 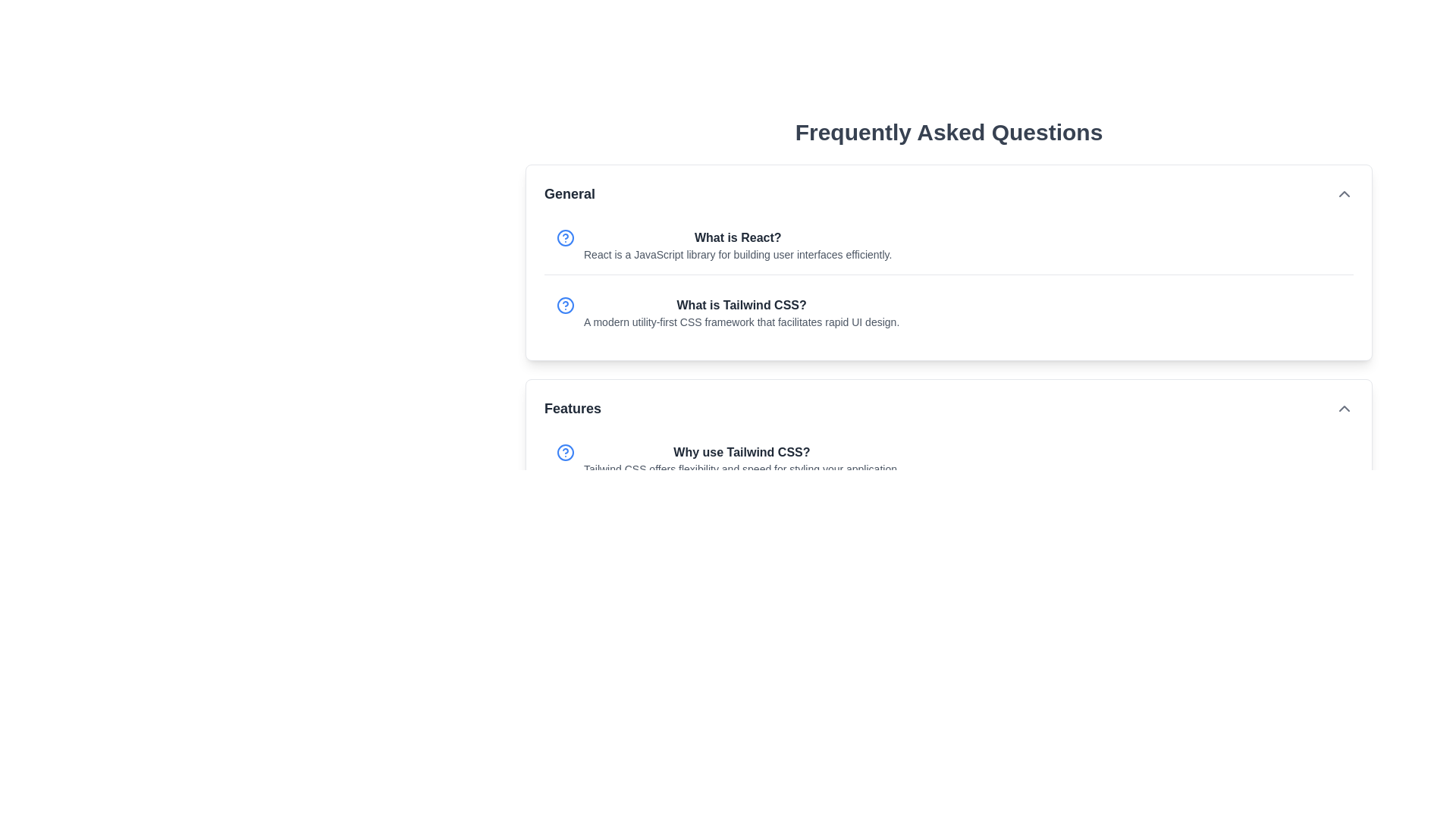 I want to click on the text reading 'Tailwind CSS offers flexibility and speed for styling your application.' located beneath the heading 'Why use Tailwind CSS?' in the 'Features' section, so click(x=742, y=468).